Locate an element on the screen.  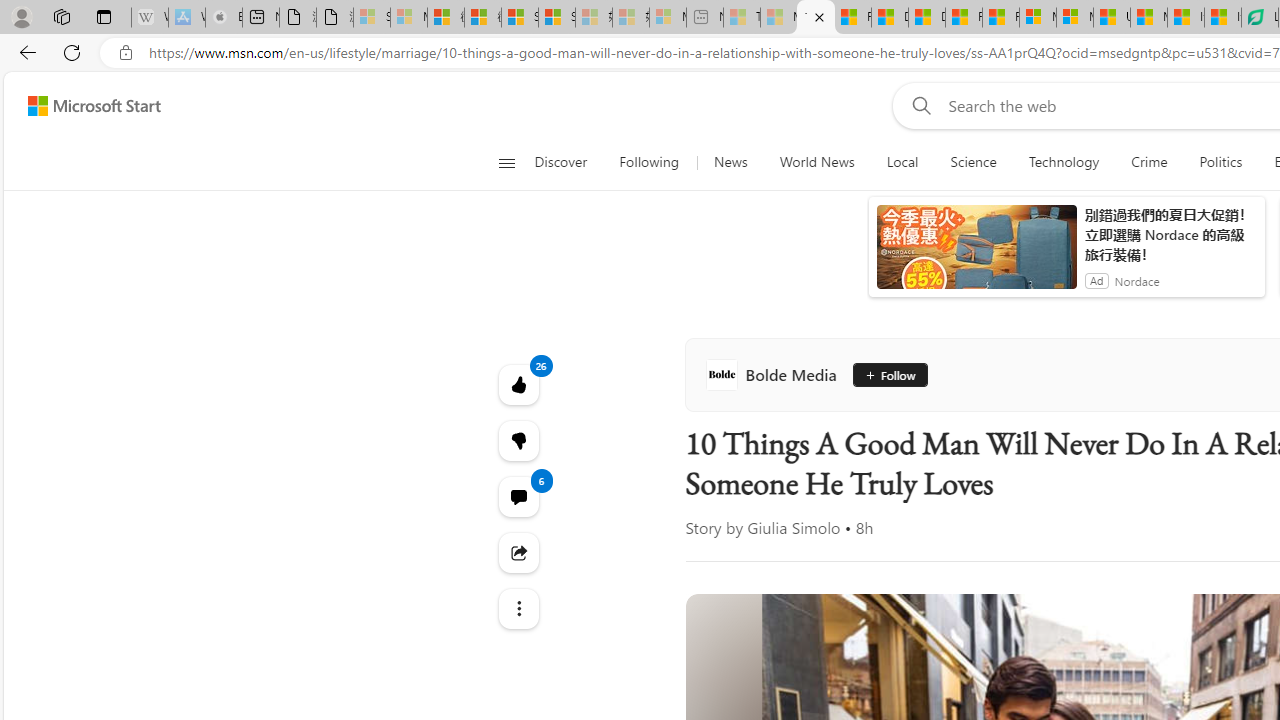
'Sign in to your Microsoft account - Sleeping' is located at coordinates (372, 17).